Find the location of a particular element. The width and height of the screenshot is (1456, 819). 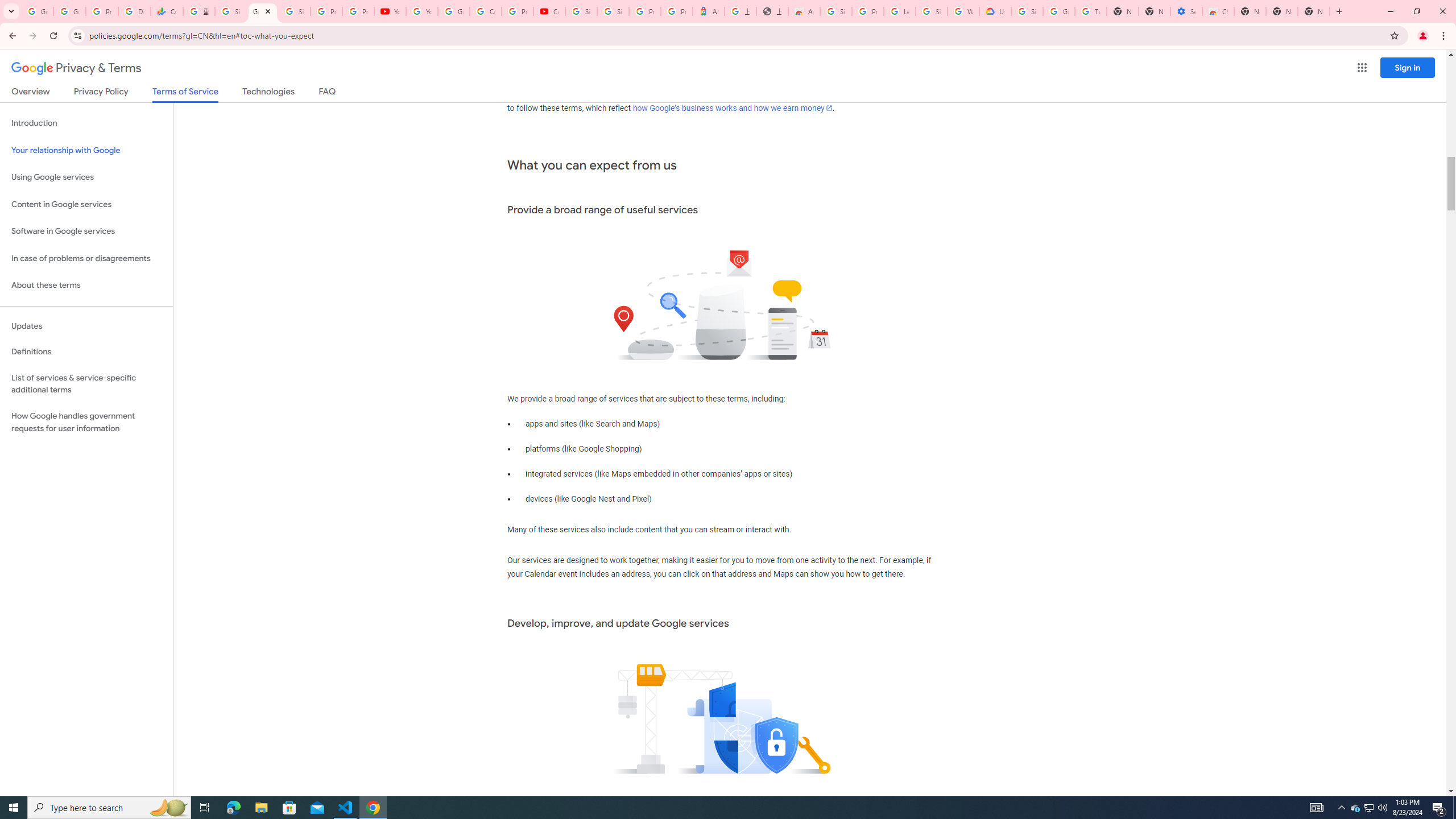

'In case of problems or disagreements' is located at coordinates (86, 259).